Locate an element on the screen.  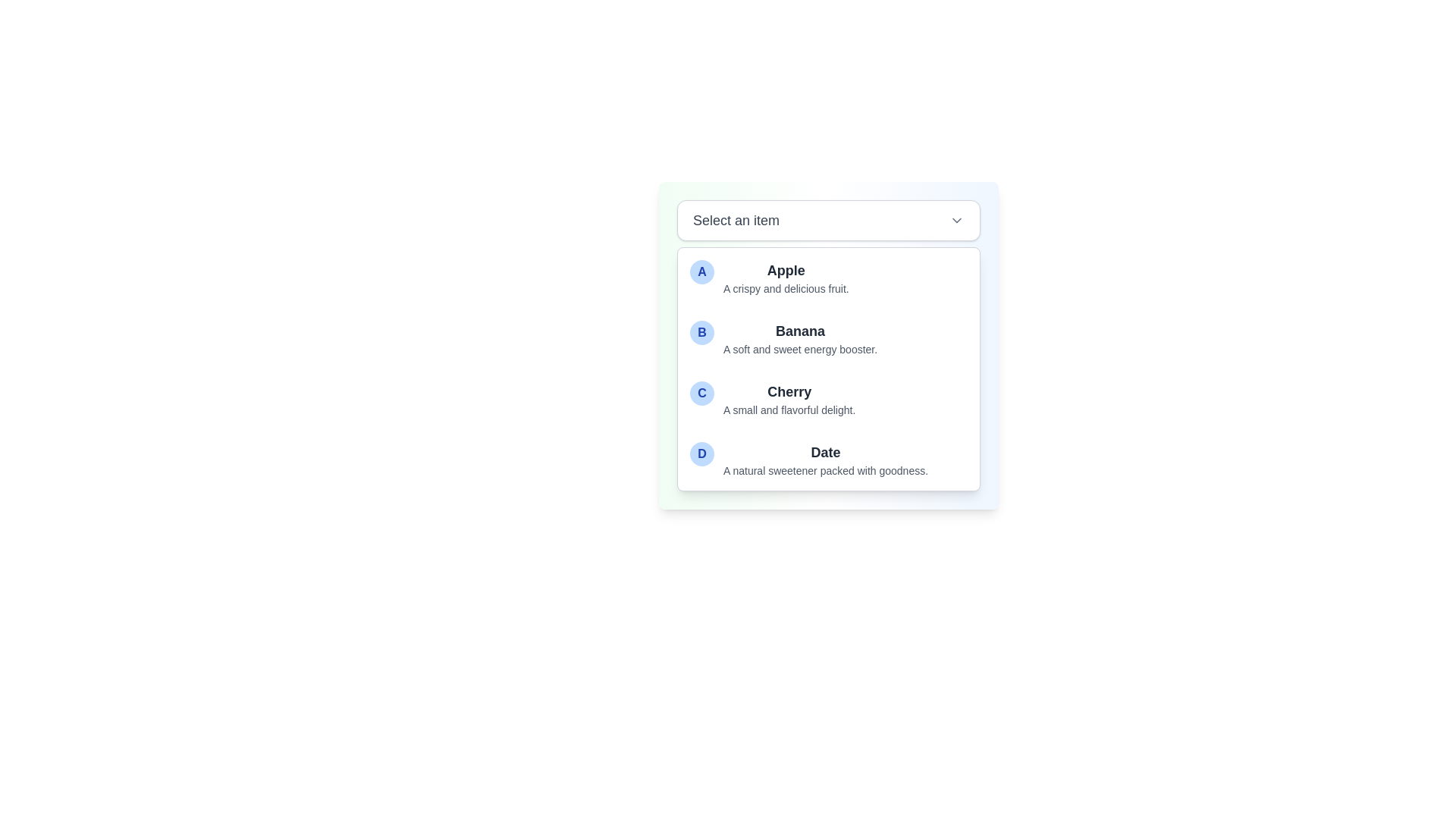
the third item in the dropdown list, which is located between 'Banana' and 'Date' is located at coordinates (828, 399).